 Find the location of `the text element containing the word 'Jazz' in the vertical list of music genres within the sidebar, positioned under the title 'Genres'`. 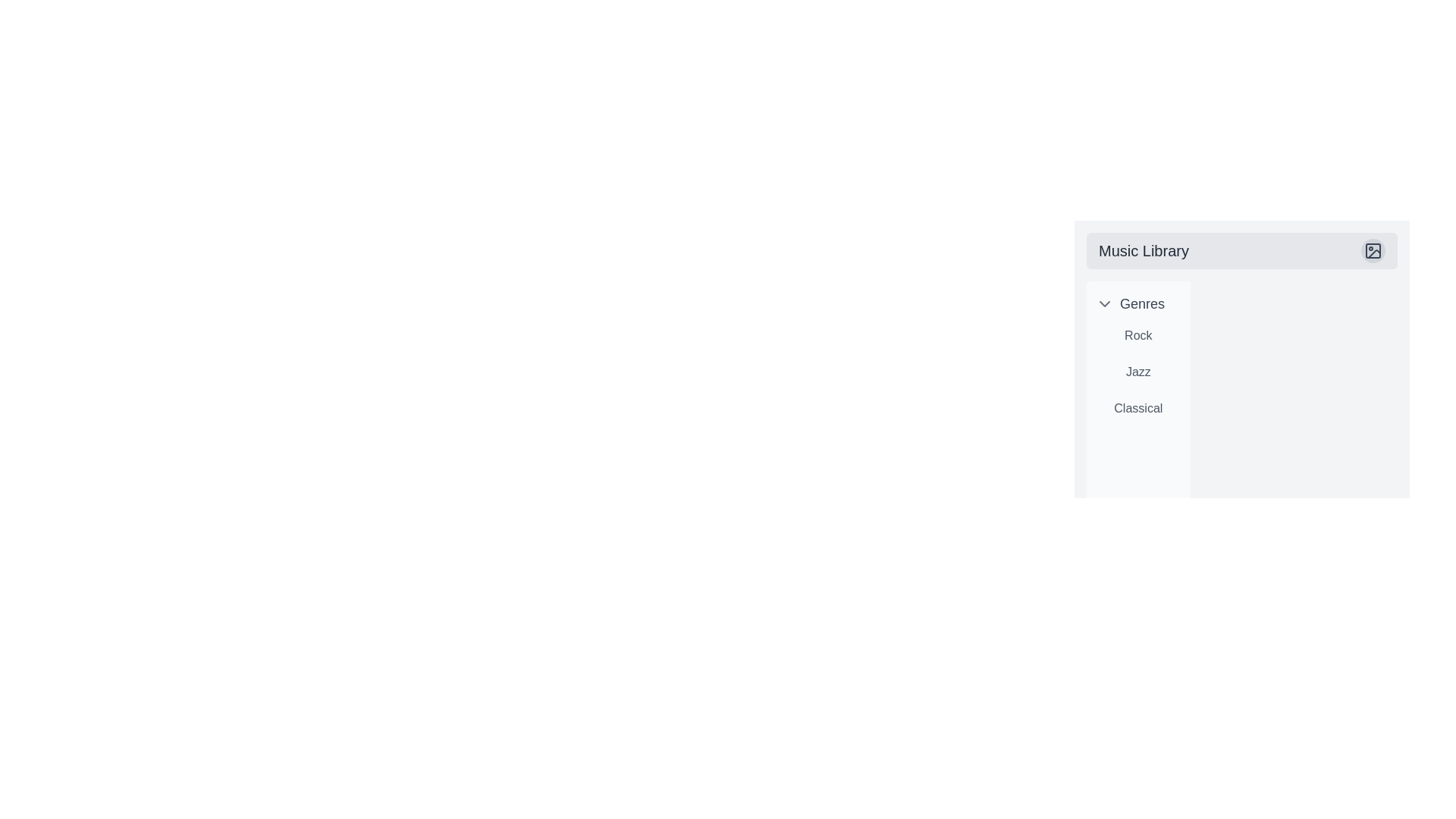

the text element containing the word 'Jazz' in the vertical list of music genres within the sidebar, positioned under the title 'Genres' is located at coordinates (1138, 372).